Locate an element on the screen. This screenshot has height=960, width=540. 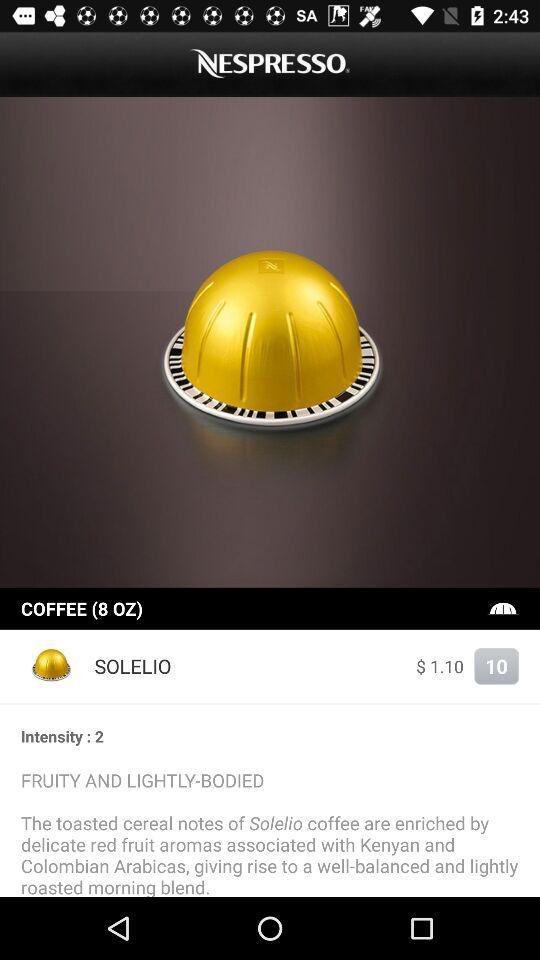
fruity and lightly item is located at coordinates (270, 832).